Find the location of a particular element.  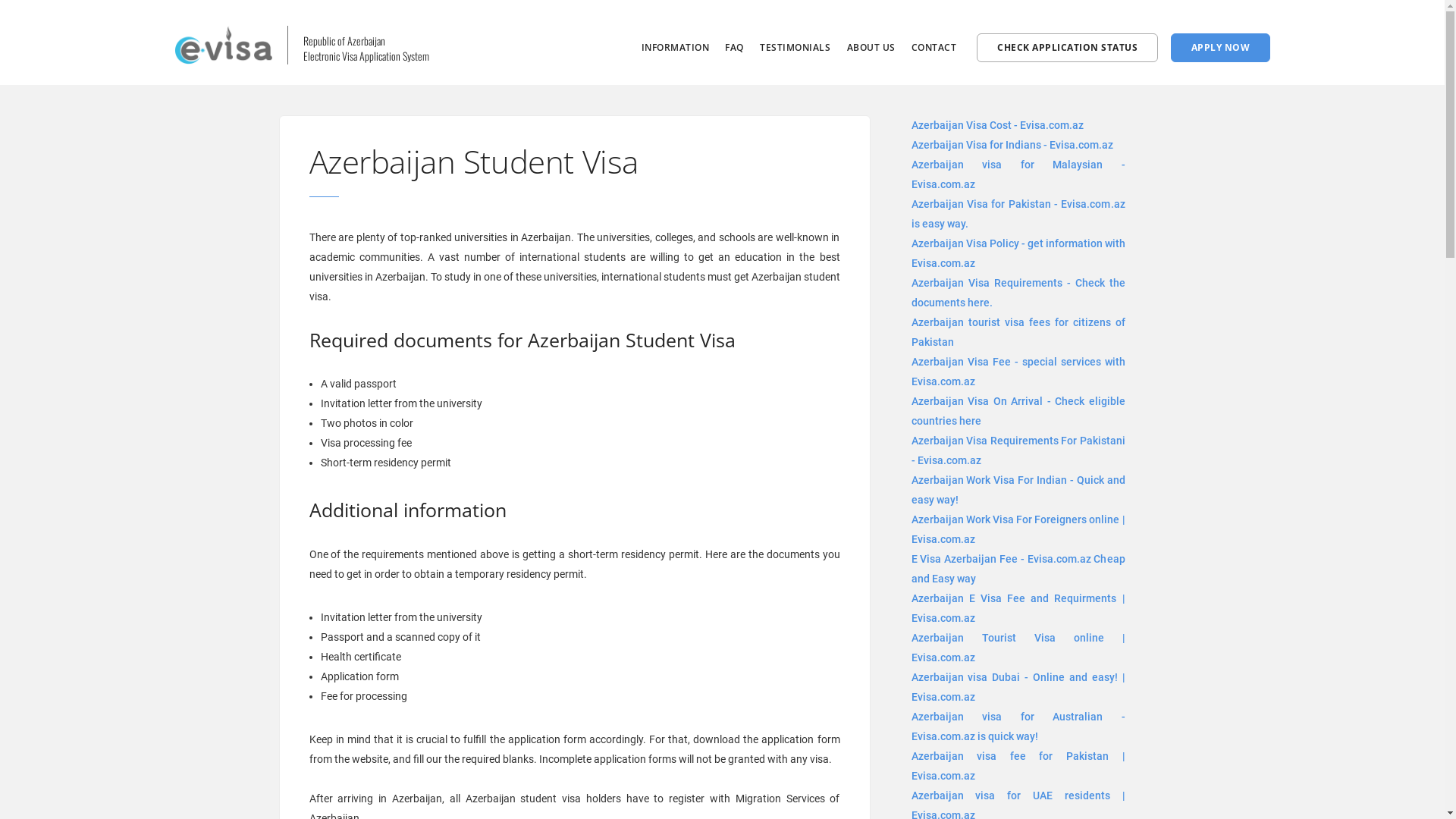

'TESTIMONIALS' is located at coordinates (794, 46).